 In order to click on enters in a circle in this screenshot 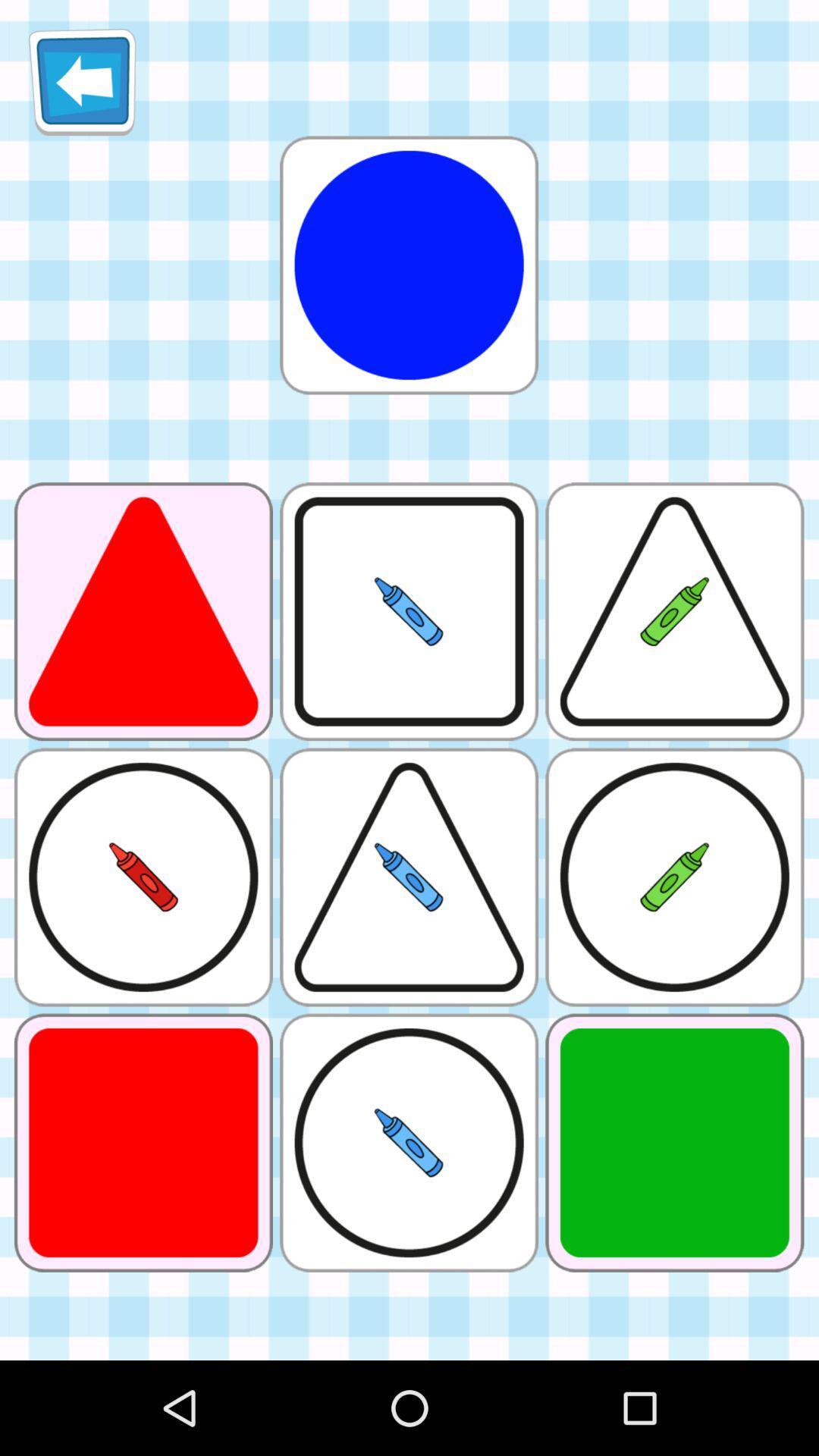, I will do `click(408, 265)`.